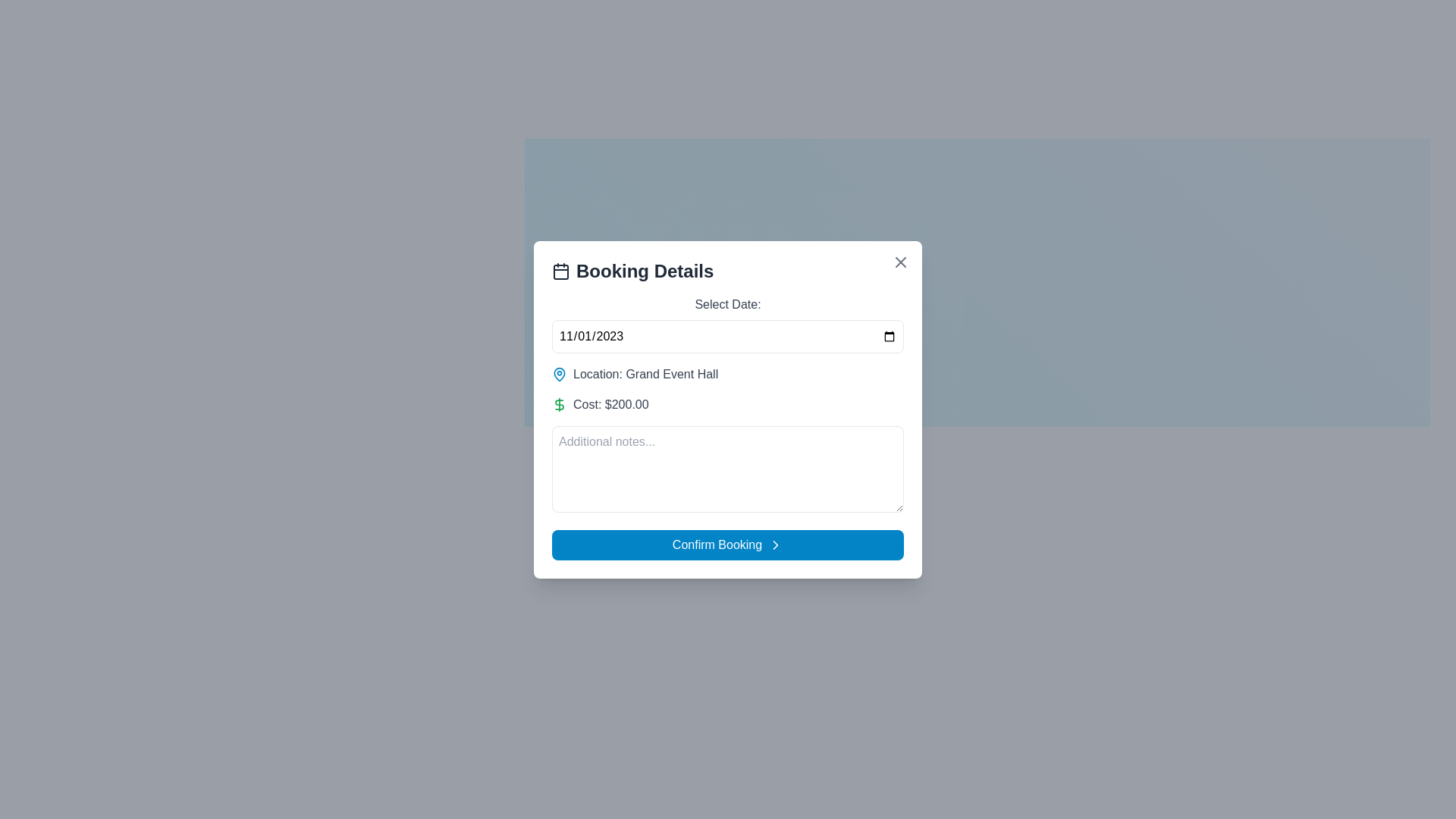 This screenshot has width=1456, height=819. I want to click on the informational static text element indicating the cost of the booking, which is positioned in the middle of the 'Booking Details' dialog box, aligned with the green dollar sign icon to its left, so click(610, 403).